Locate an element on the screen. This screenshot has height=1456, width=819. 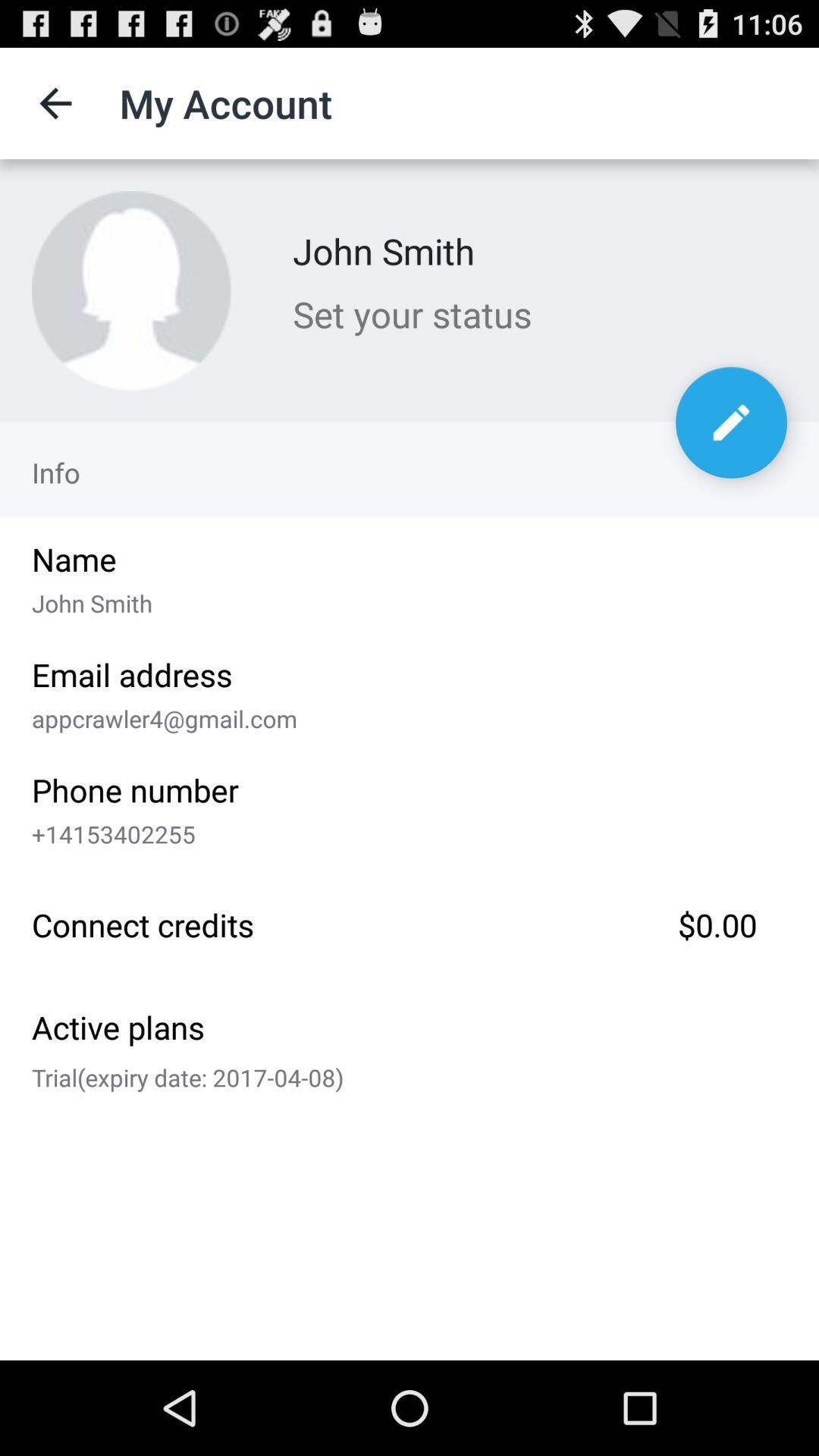
image is located at coordinates (130, 290).